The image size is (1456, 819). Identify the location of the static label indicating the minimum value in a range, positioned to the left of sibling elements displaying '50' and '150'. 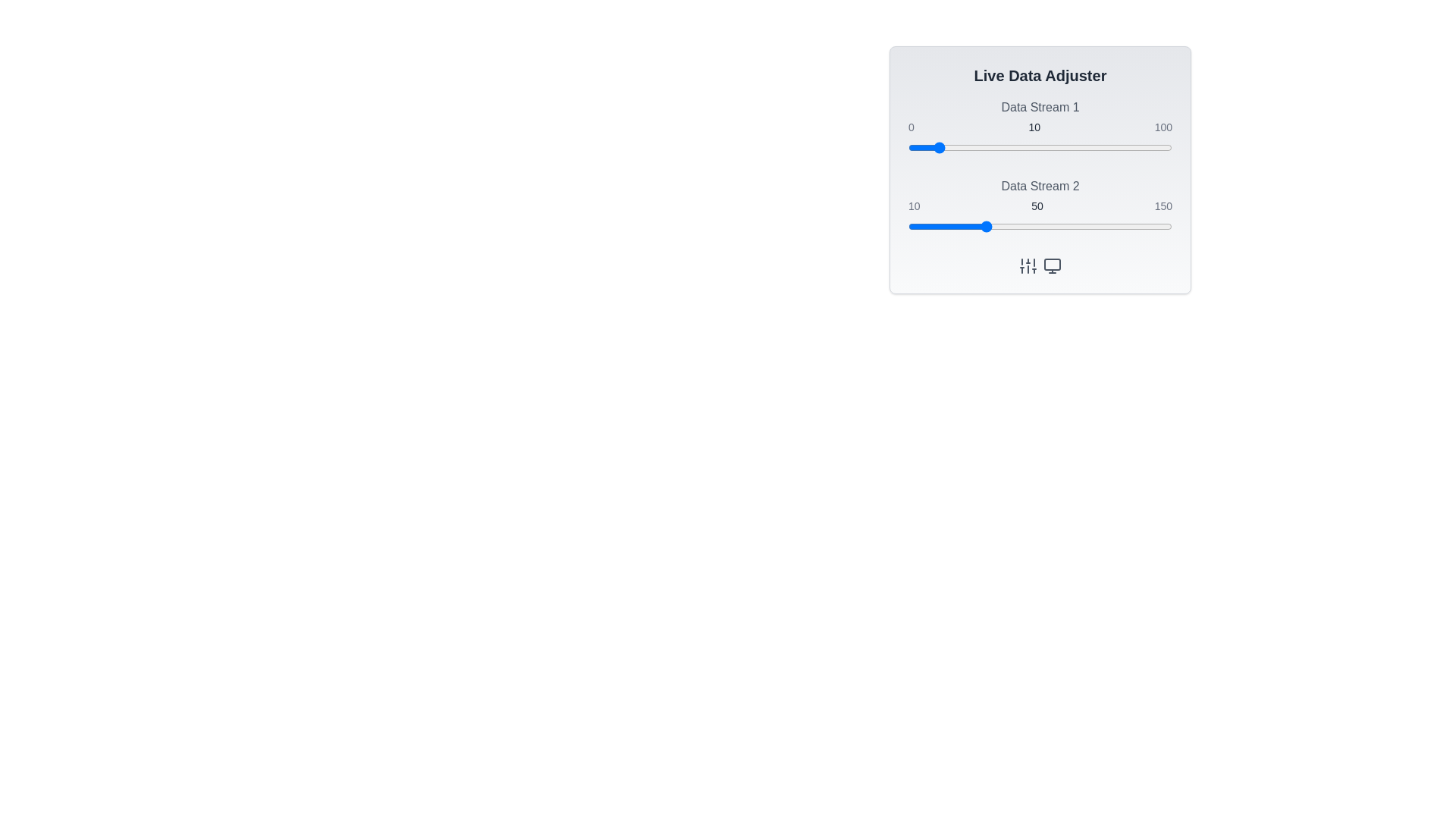
(913, 206).